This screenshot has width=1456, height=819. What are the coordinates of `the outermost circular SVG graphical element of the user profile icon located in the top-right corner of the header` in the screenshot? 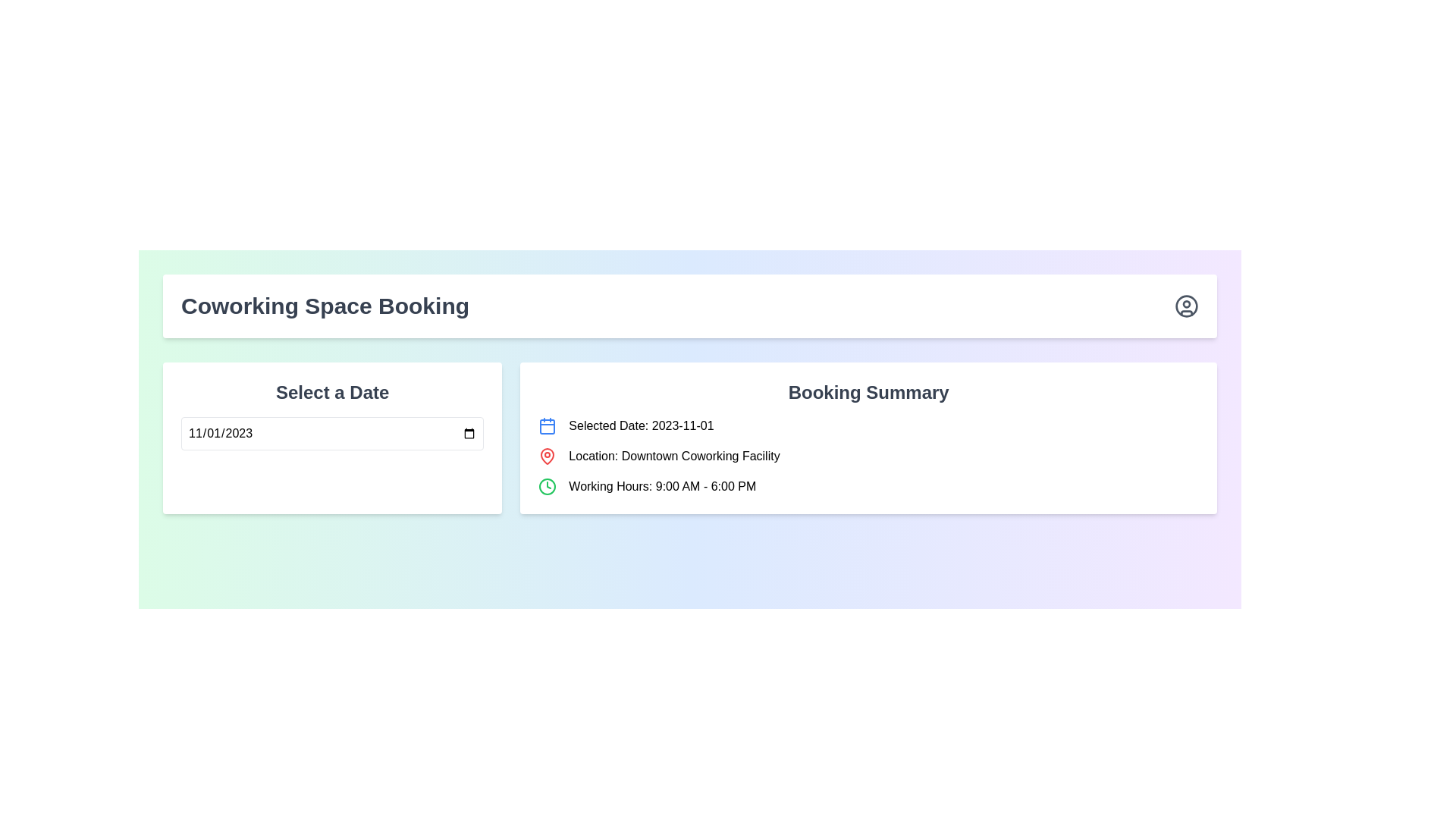 It's located at (1185, 306).